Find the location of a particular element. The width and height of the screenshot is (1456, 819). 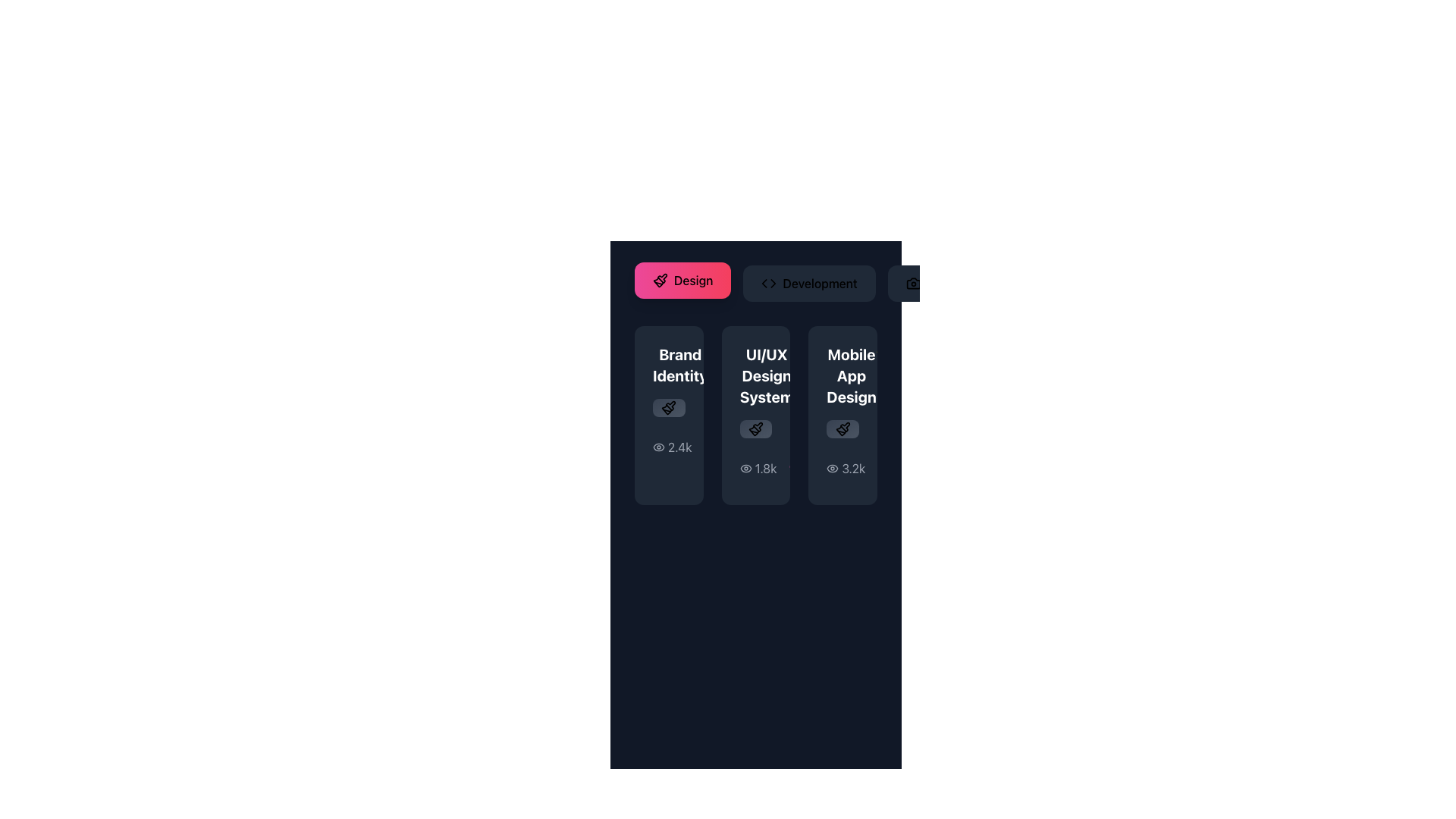

the view count indicator icon with the text '2.4k' located in the first card labeled 'Brand Identity' in the 'Design' section is located at coordinates (668, 447).